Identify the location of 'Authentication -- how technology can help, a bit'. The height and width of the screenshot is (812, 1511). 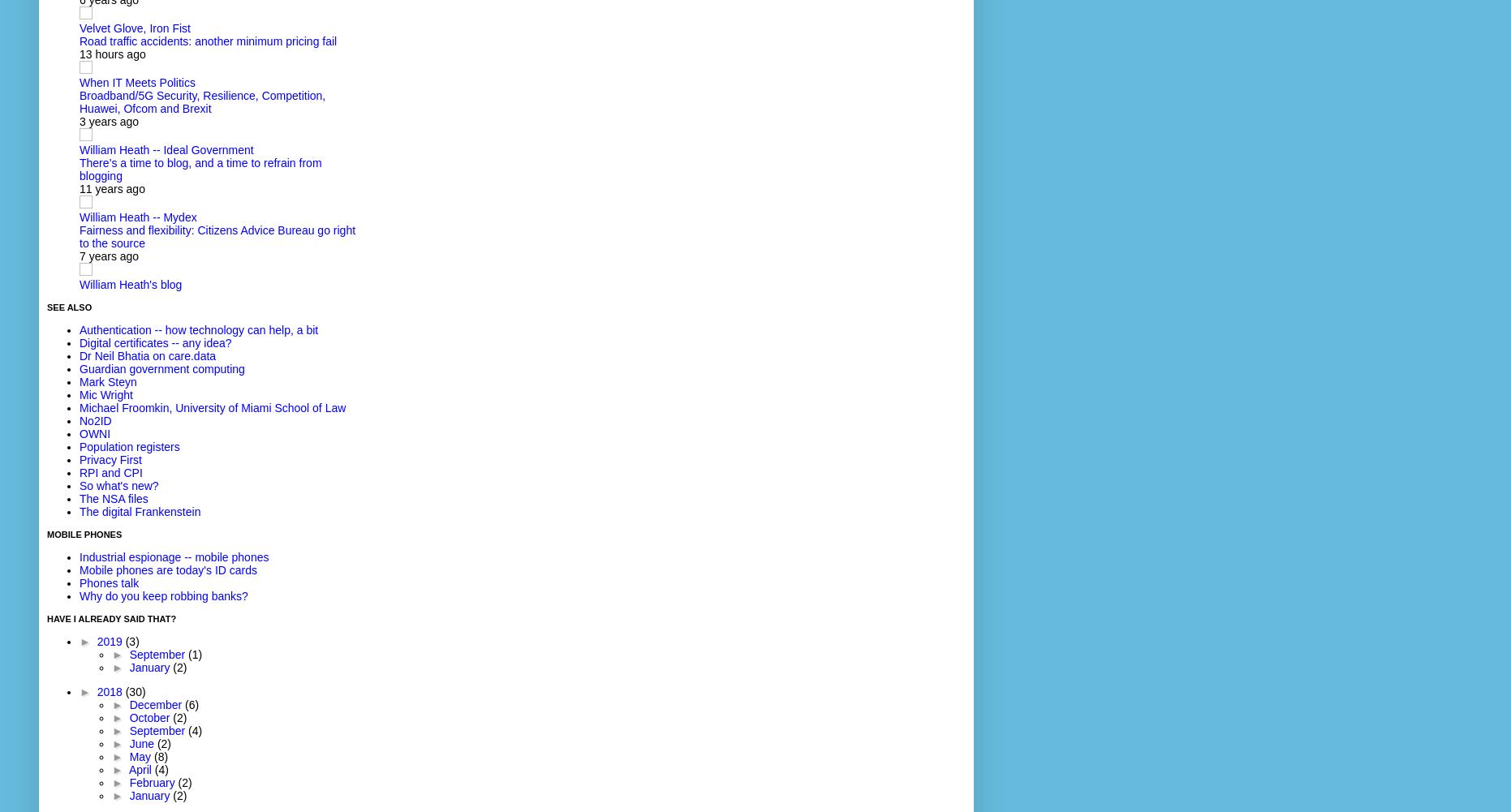
(79, 329).